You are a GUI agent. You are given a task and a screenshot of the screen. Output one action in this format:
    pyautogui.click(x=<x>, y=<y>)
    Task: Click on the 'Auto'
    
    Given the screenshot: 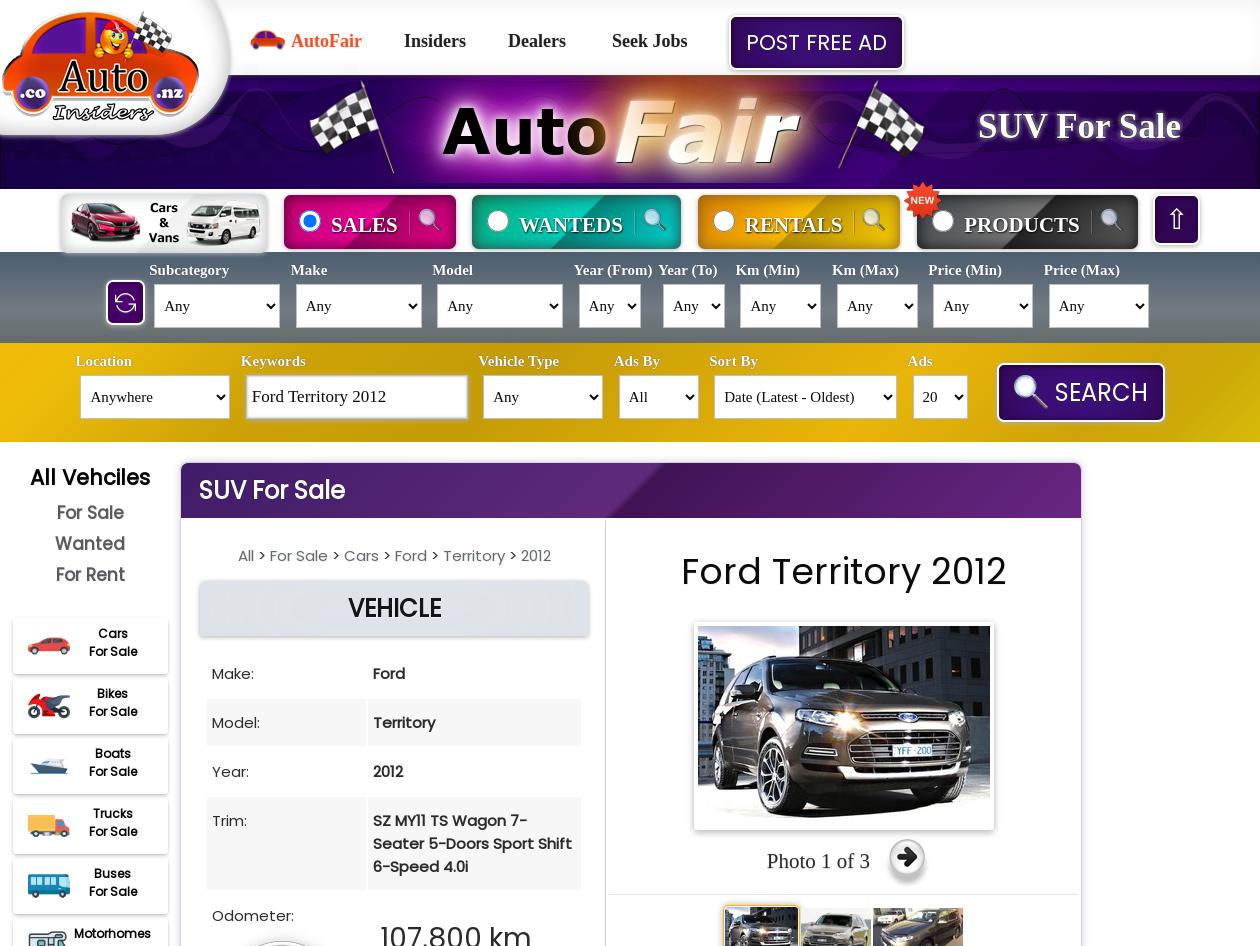 What is the action you would take?
    pyautogui.click(x=525, y=128)
    